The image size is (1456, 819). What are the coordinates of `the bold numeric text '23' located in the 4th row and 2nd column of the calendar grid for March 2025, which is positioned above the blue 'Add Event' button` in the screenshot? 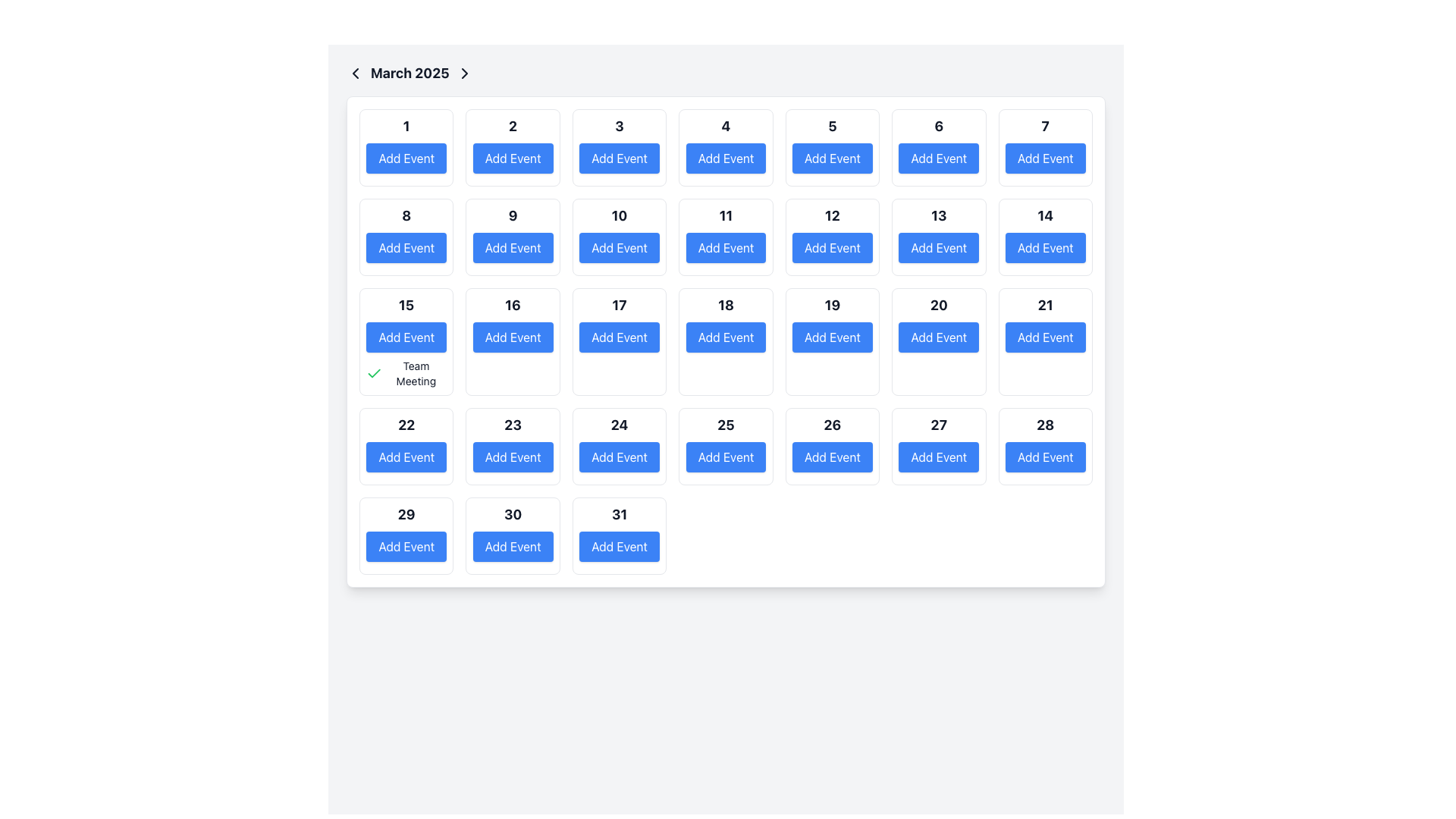 It's located at (513, 425).